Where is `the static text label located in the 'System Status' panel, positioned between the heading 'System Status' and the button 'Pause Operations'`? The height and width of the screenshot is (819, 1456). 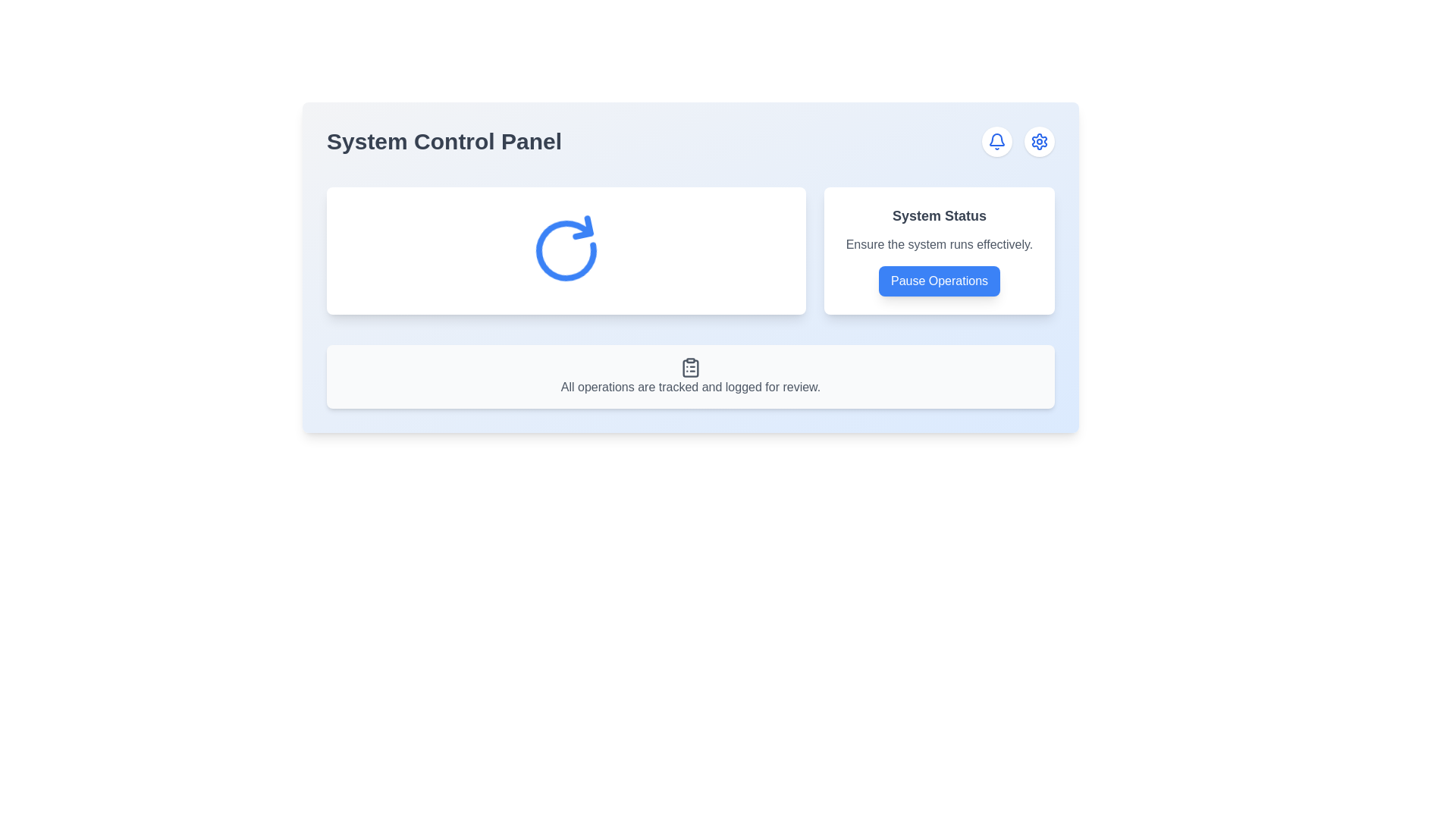 the static text label located in the 'System Status' panel, positioned between the heading 'System Status' and the button 'Pause Operations' is located at coordinates (938, 244).